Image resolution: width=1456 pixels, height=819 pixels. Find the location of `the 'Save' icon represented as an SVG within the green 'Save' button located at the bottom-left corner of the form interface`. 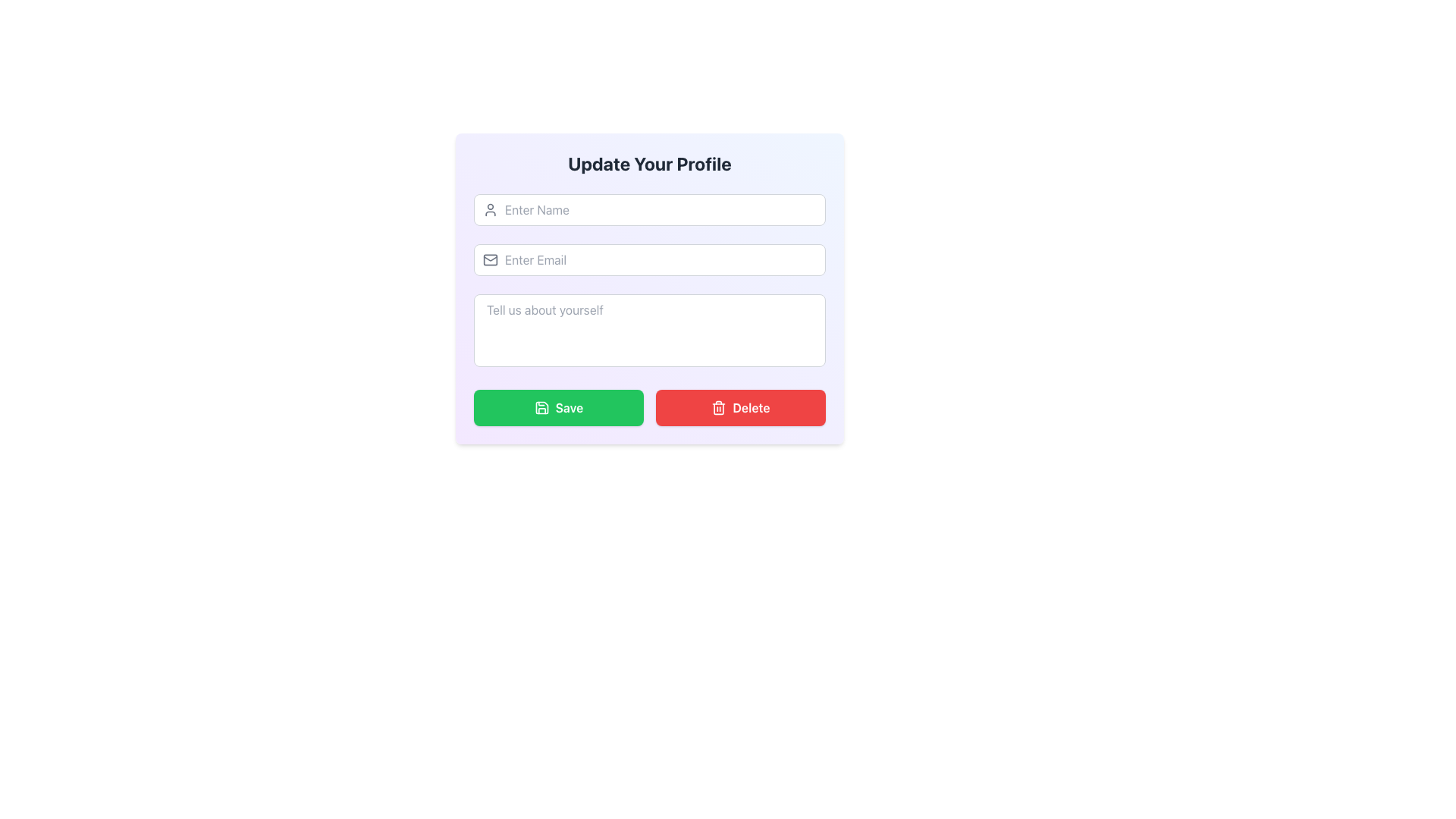

the 'Save' icon represented as an SVG within the green 'Save' button located at the bottom-left corner of the form interface is located at coordinates (541, 406).